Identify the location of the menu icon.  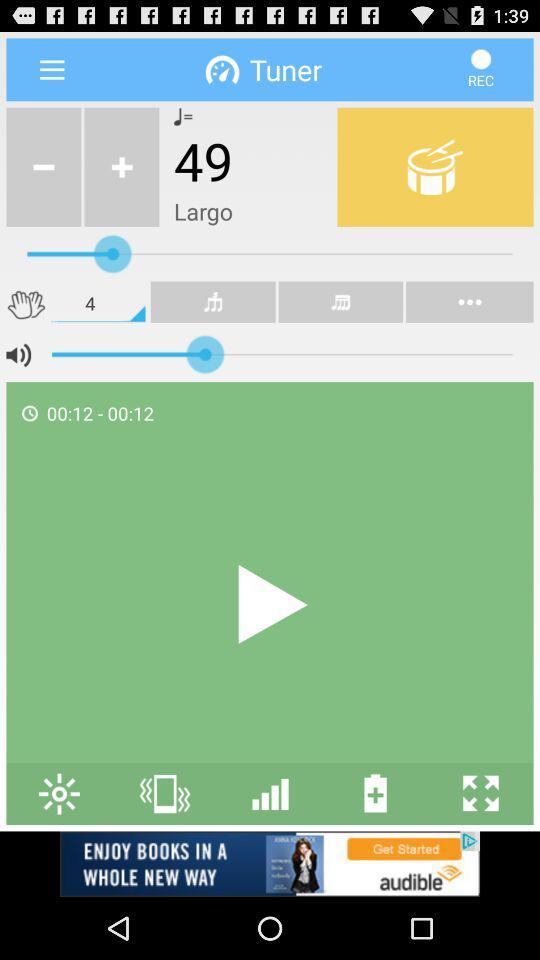
(52, 74).